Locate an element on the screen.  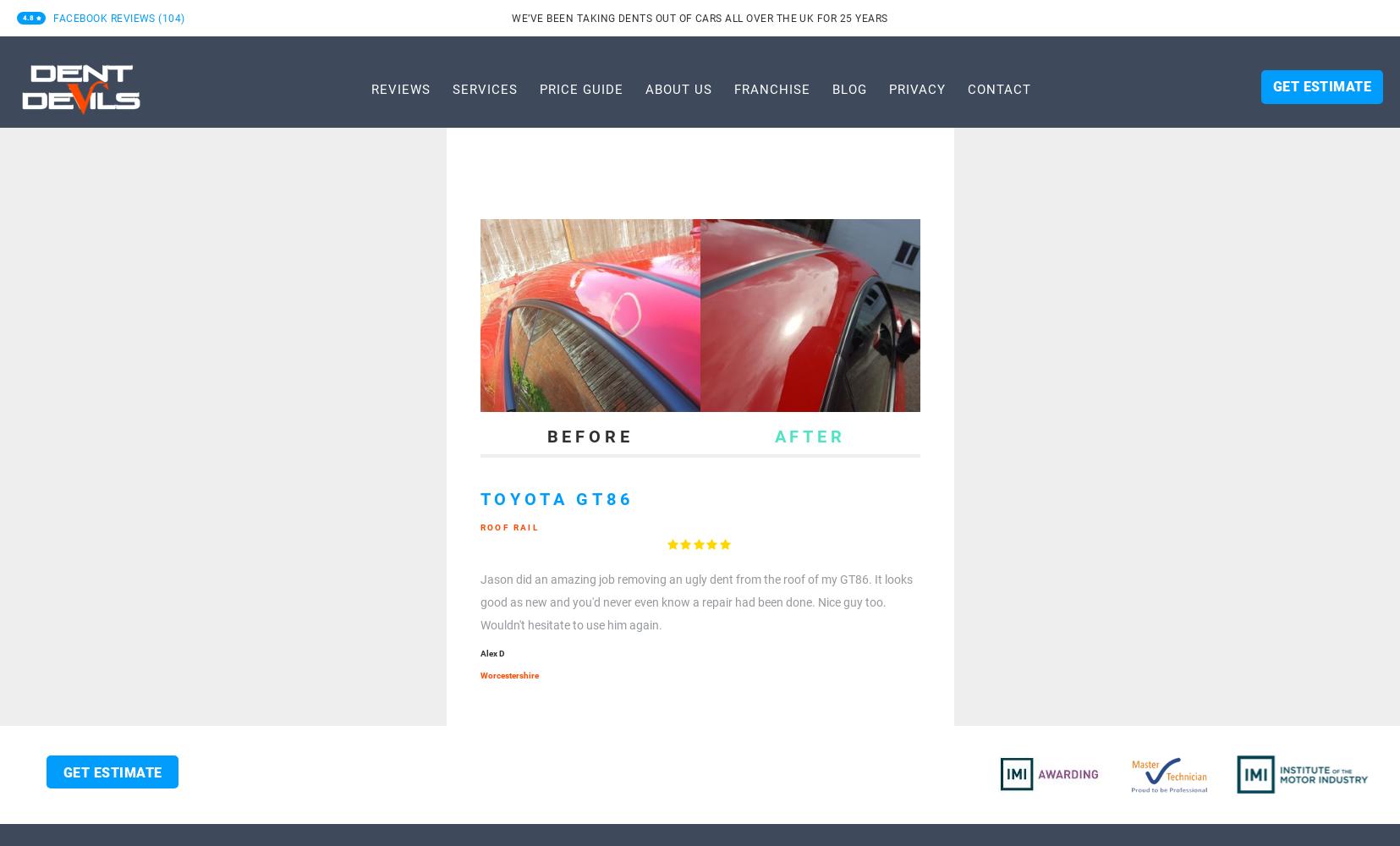
'4.8' is located at coordinates (21, 18).